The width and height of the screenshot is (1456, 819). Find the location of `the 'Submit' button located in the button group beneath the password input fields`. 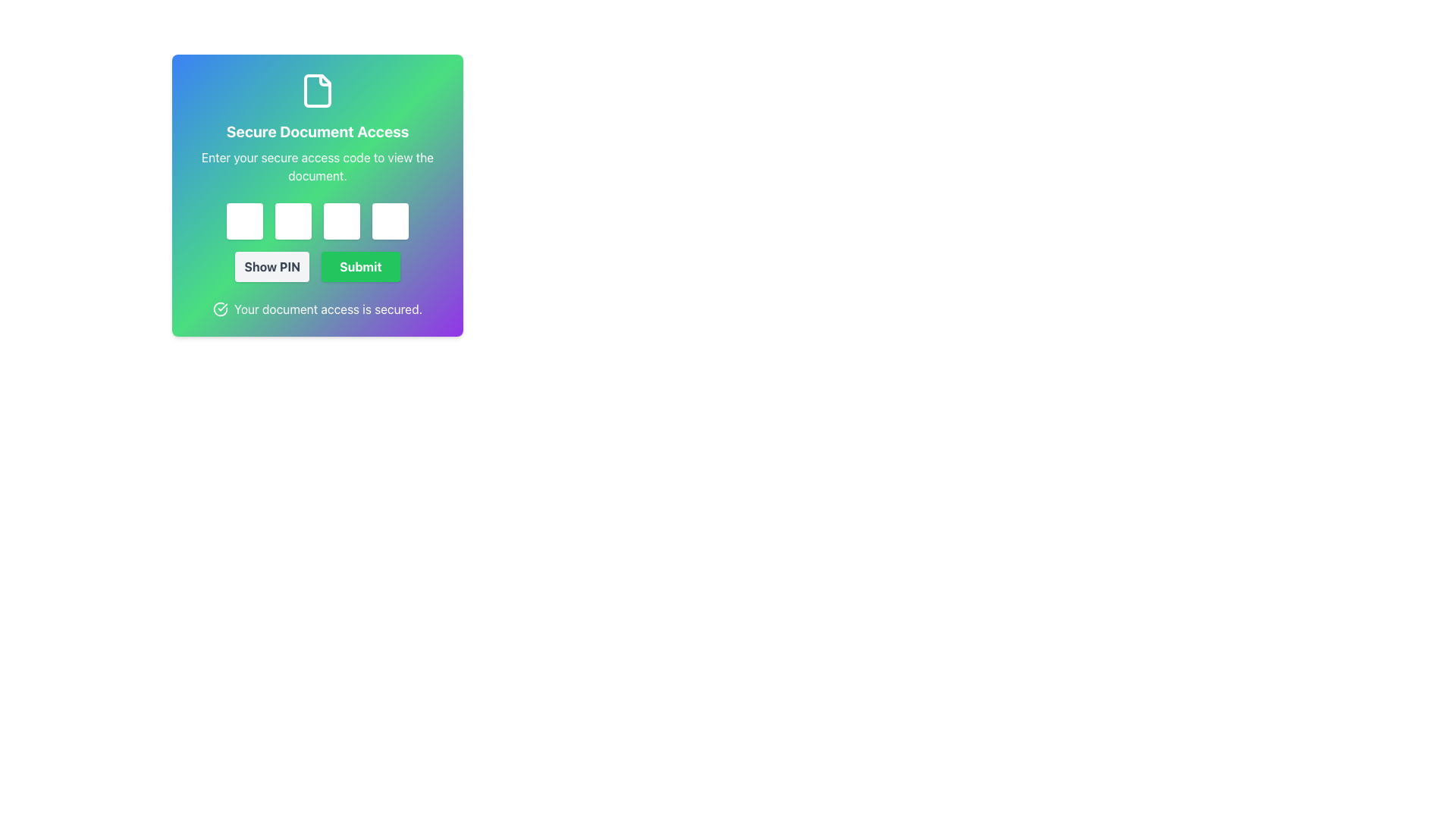

the 'Submit' button located in the button group beneath the password input fields is located at coordinates (316, 265).